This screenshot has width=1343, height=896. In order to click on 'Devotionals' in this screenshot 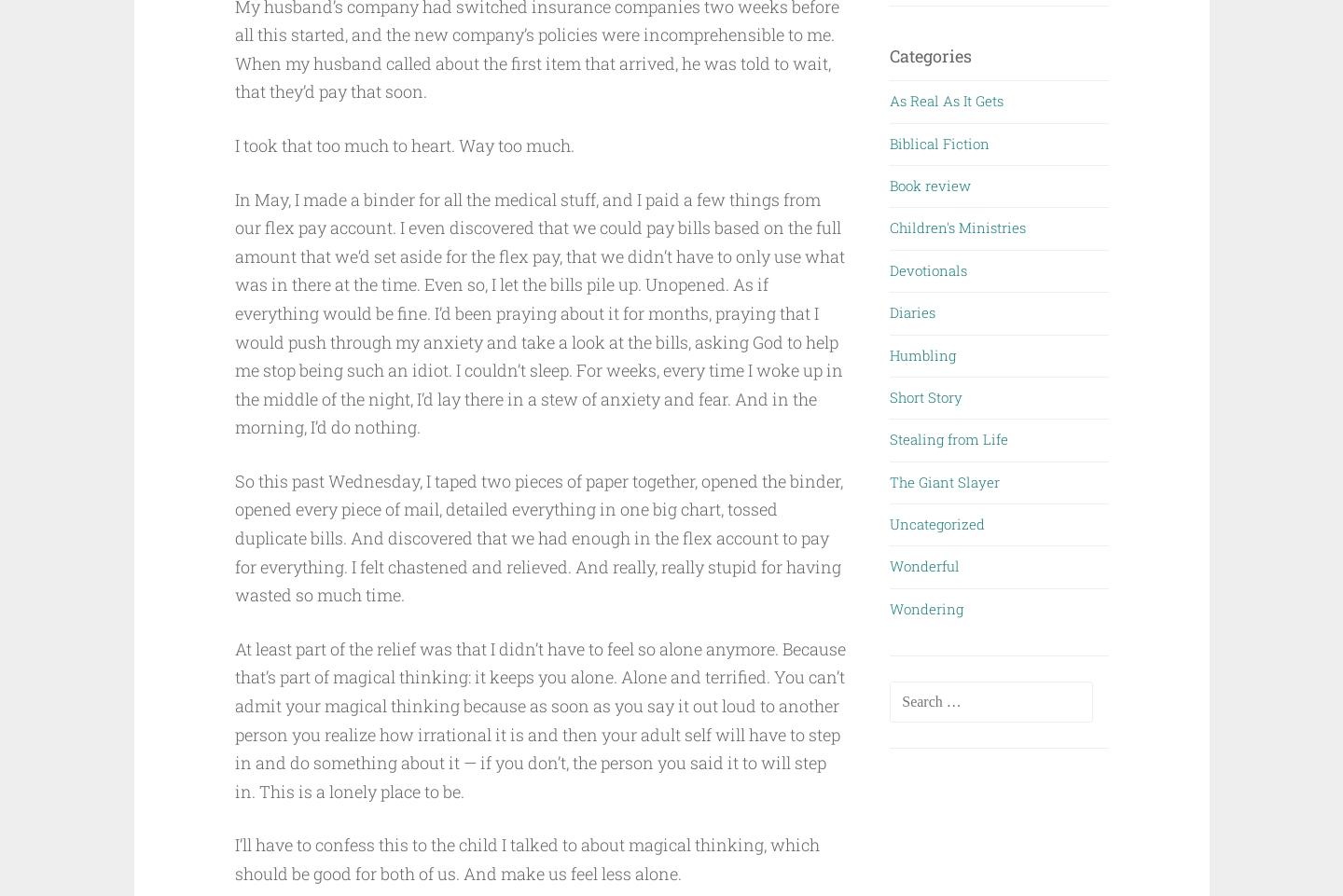, I will do `click(890, 269)`.